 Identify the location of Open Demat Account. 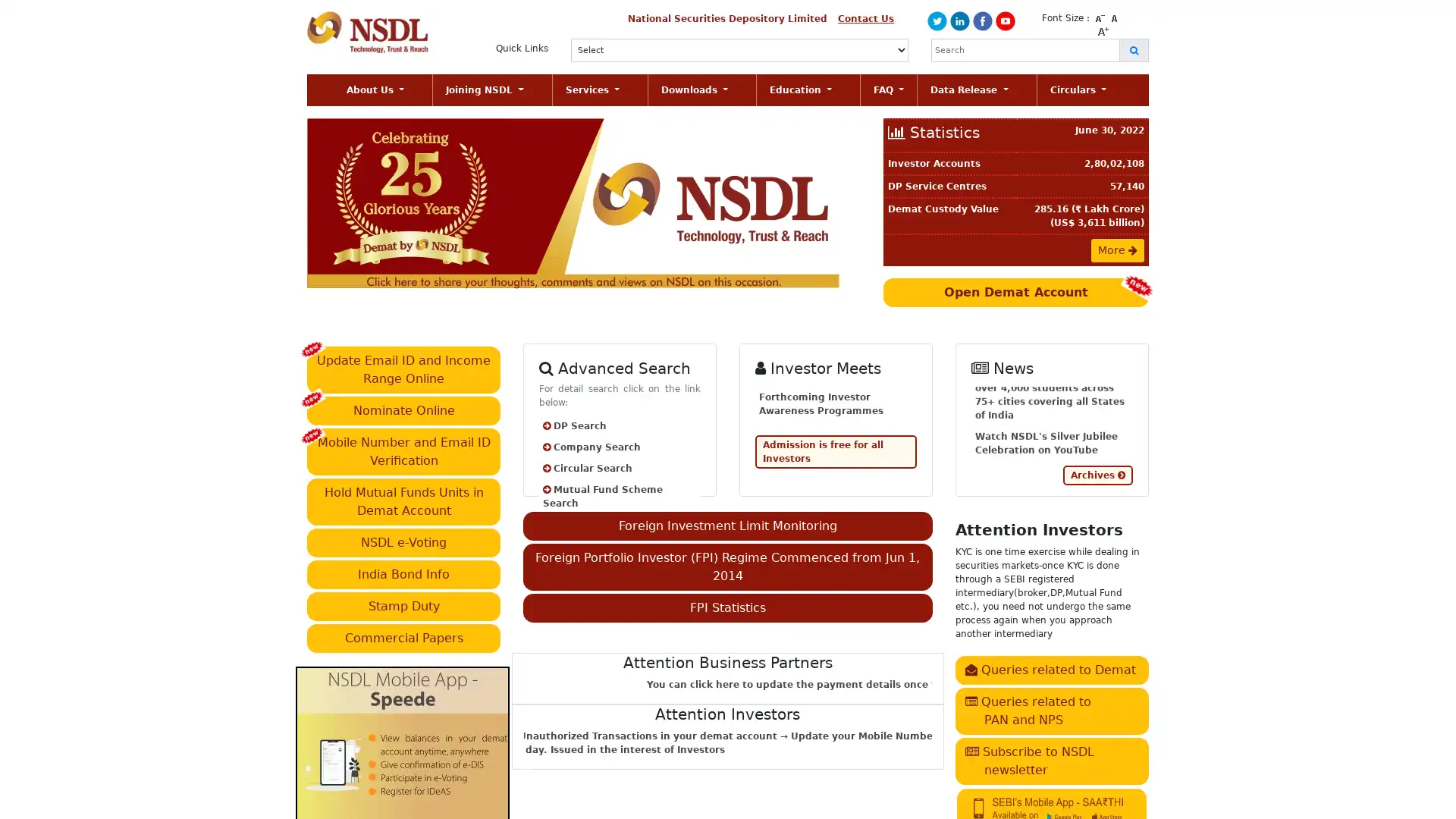
(1015, 292).